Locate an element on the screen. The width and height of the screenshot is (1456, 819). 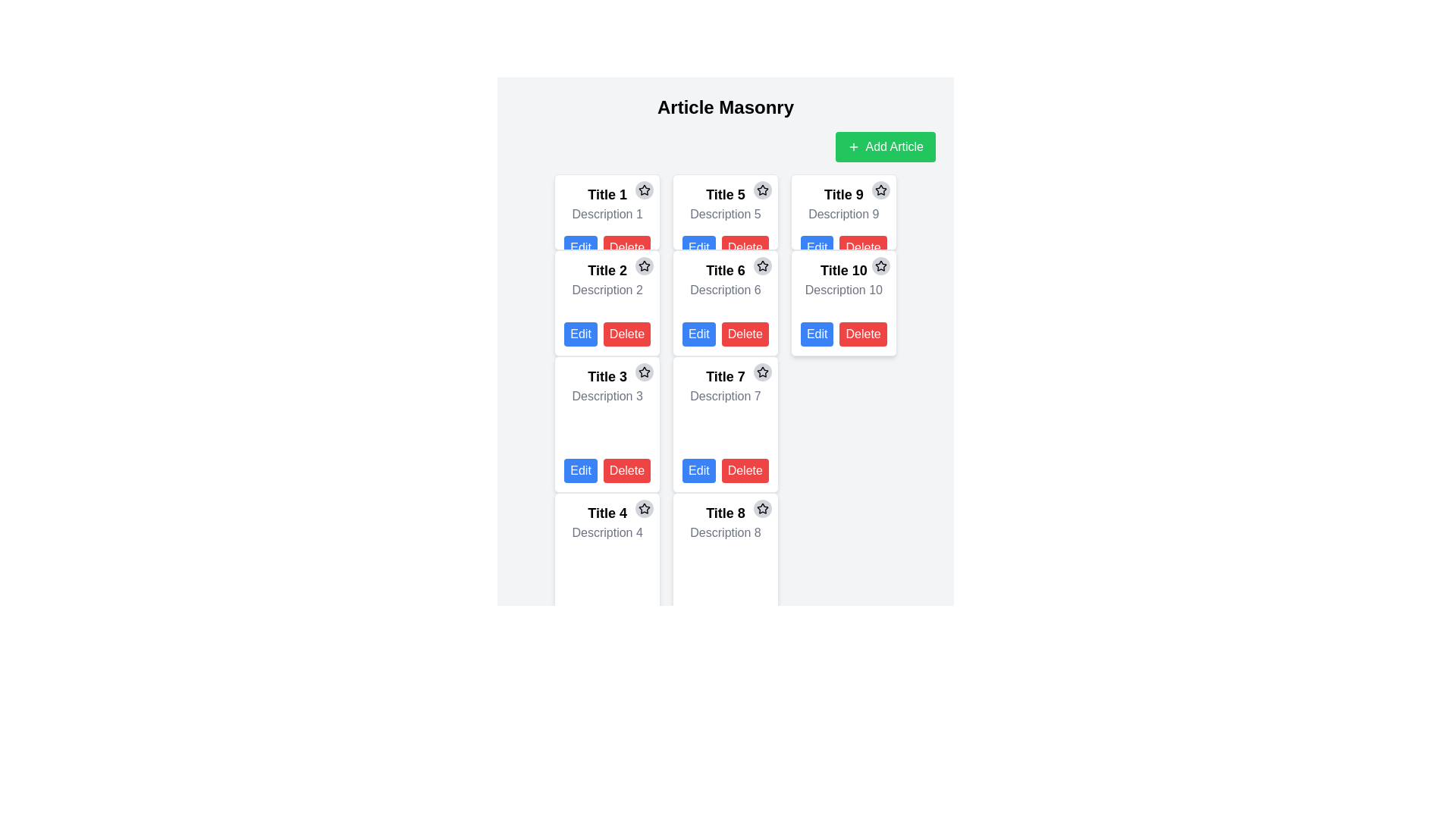
the descriptive text label located under the 'Title 10' header in the tenth card of the 'Article Masonry' grid layout is located at coordinates (843, 295).